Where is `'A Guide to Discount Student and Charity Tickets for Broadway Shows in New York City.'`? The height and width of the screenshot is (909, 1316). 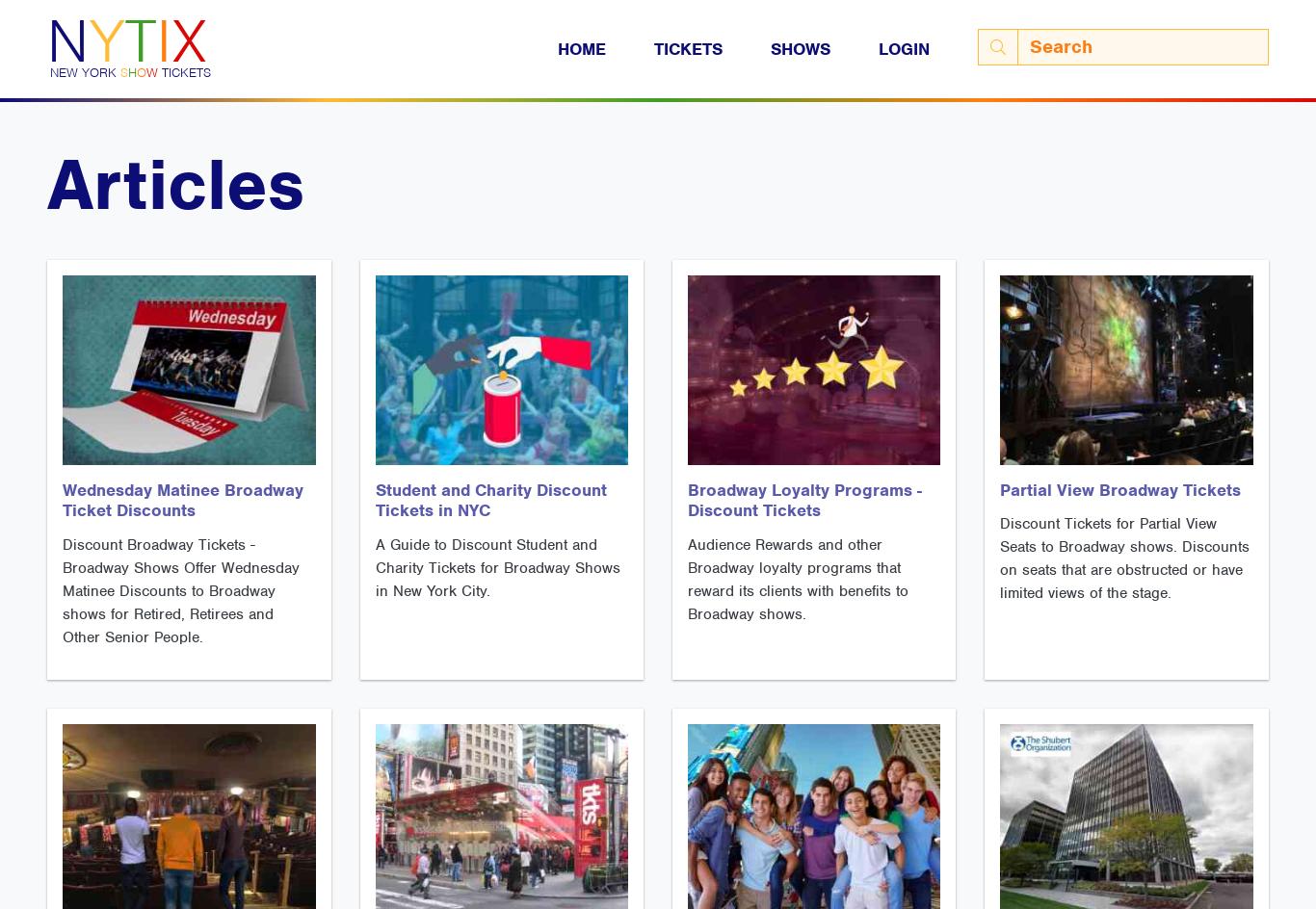 'A Guide to Discount Student and Charity Tickets for Broadway Shows in New York City.' is located at coordinates (496, 568).